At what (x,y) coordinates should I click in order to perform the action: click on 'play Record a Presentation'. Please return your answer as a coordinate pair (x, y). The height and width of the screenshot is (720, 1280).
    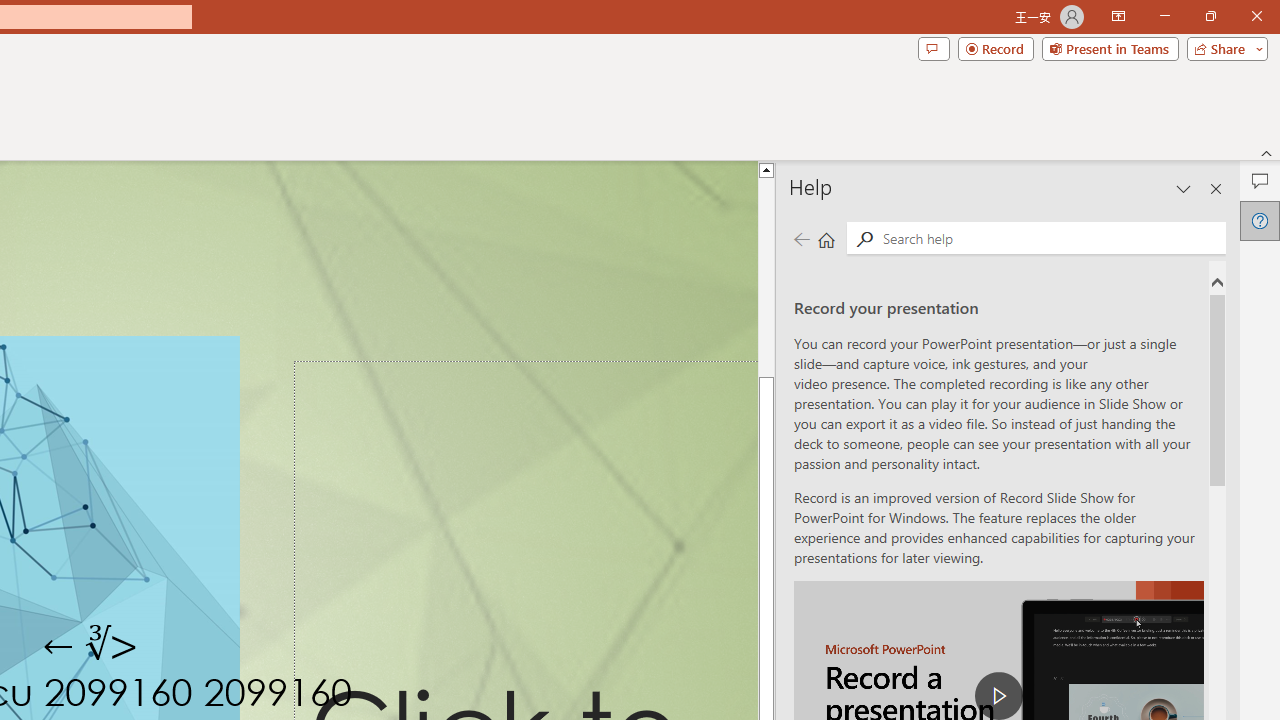
    Looking at the image, I should click on (999, 694).